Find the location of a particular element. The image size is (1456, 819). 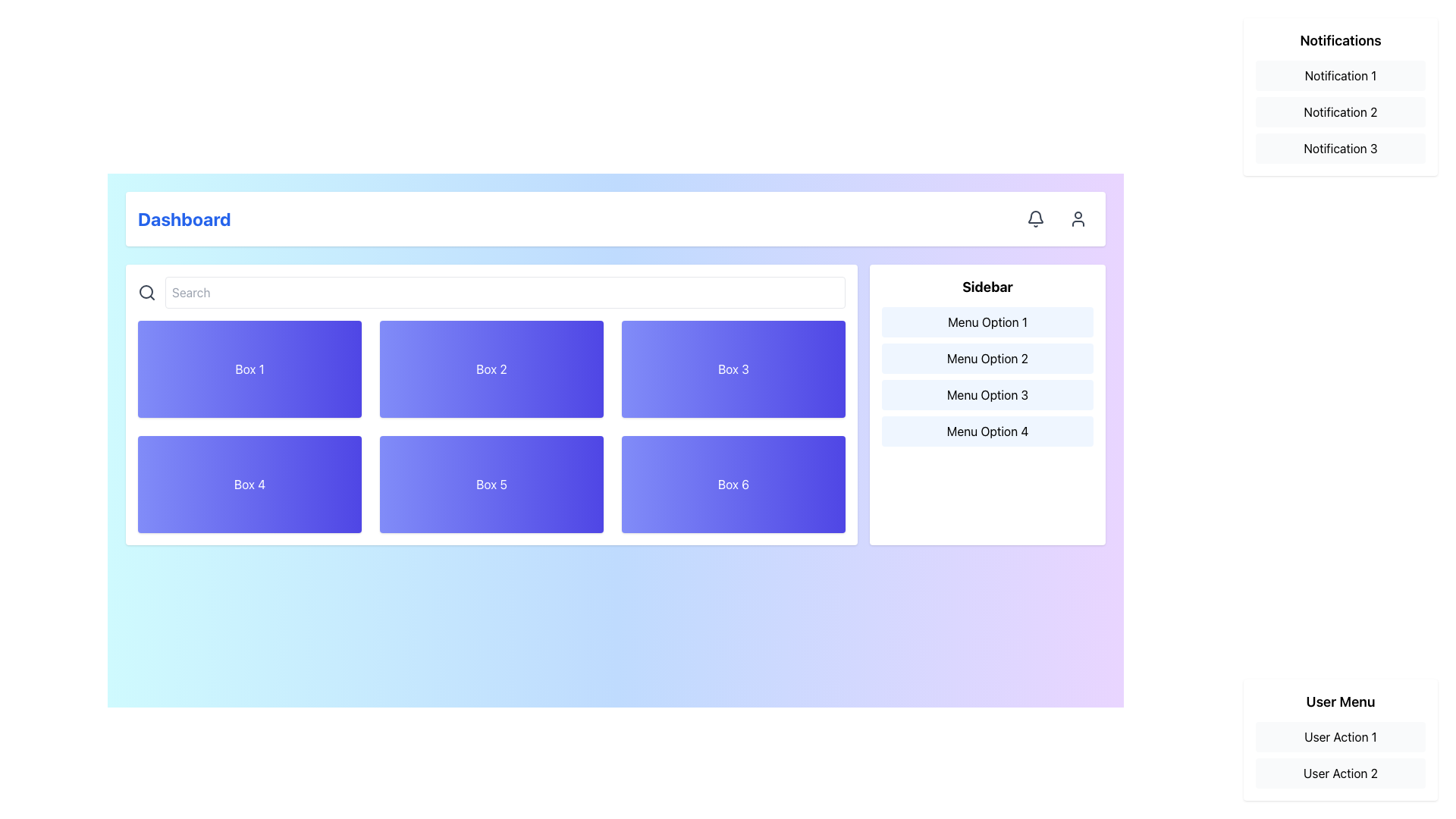

the search icon located at the top-left corner of the search bar, which symbolizes the search functionality is located at coordinates (146, 292).